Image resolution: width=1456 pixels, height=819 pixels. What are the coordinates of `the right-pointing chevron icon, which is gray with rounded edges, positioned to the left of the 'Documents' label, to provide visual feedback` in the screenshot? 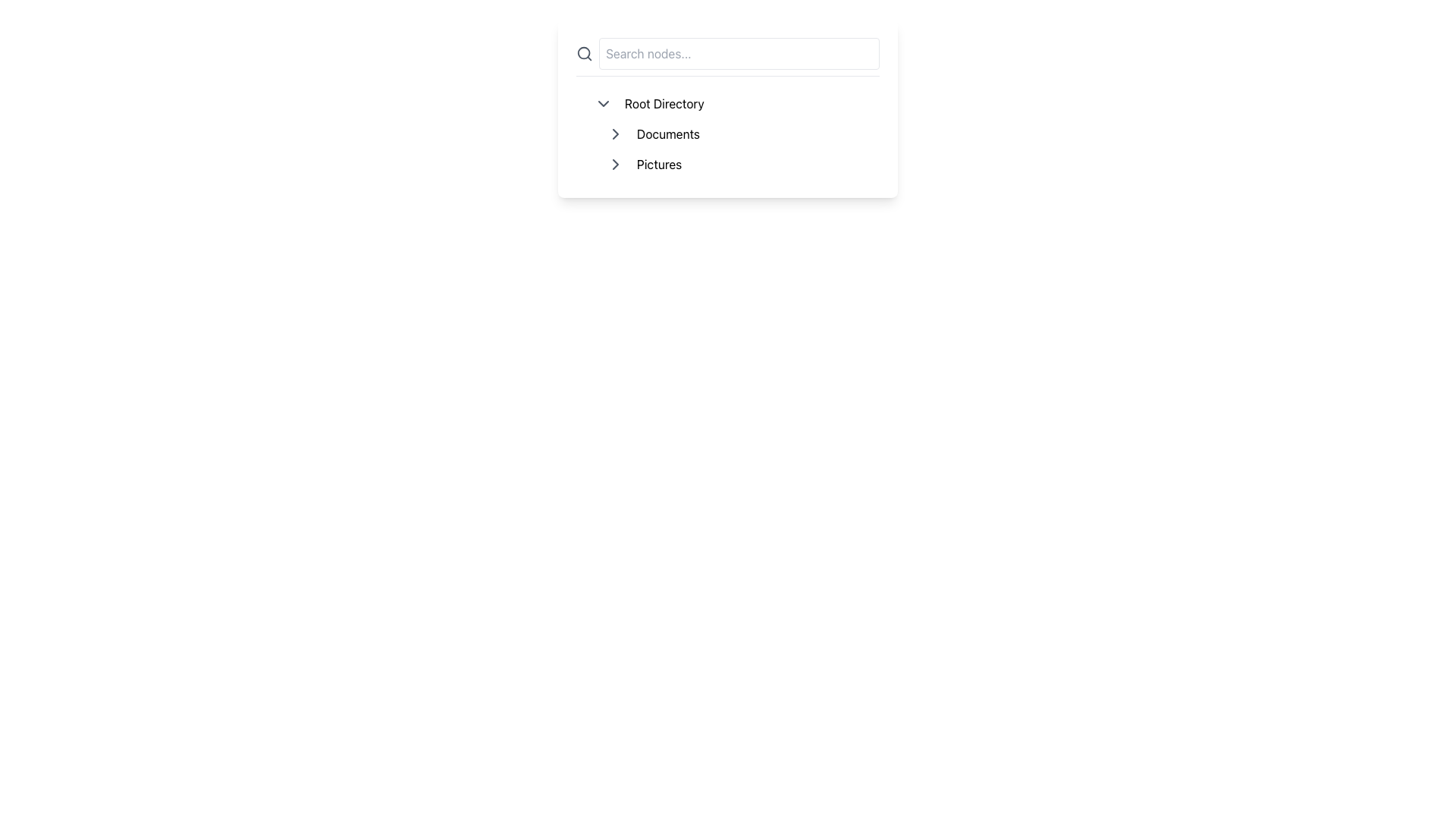 It's located at (615, 133).